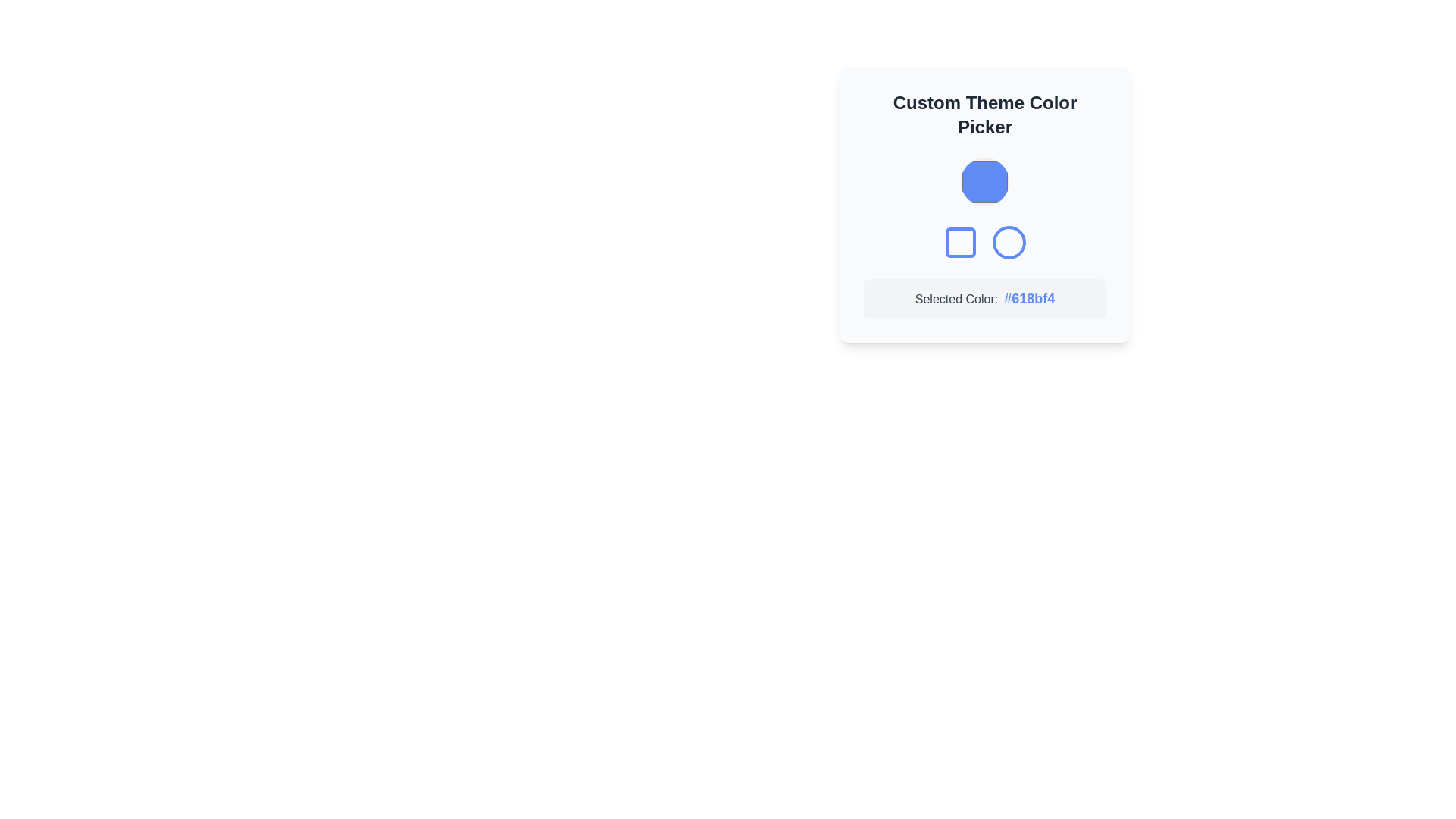 This screenshot has width=1456, height=819. I want to click on the circular Color Picker Button located in the top section of the 'Custom Theme Color Picker' panel, so click(985, 180).